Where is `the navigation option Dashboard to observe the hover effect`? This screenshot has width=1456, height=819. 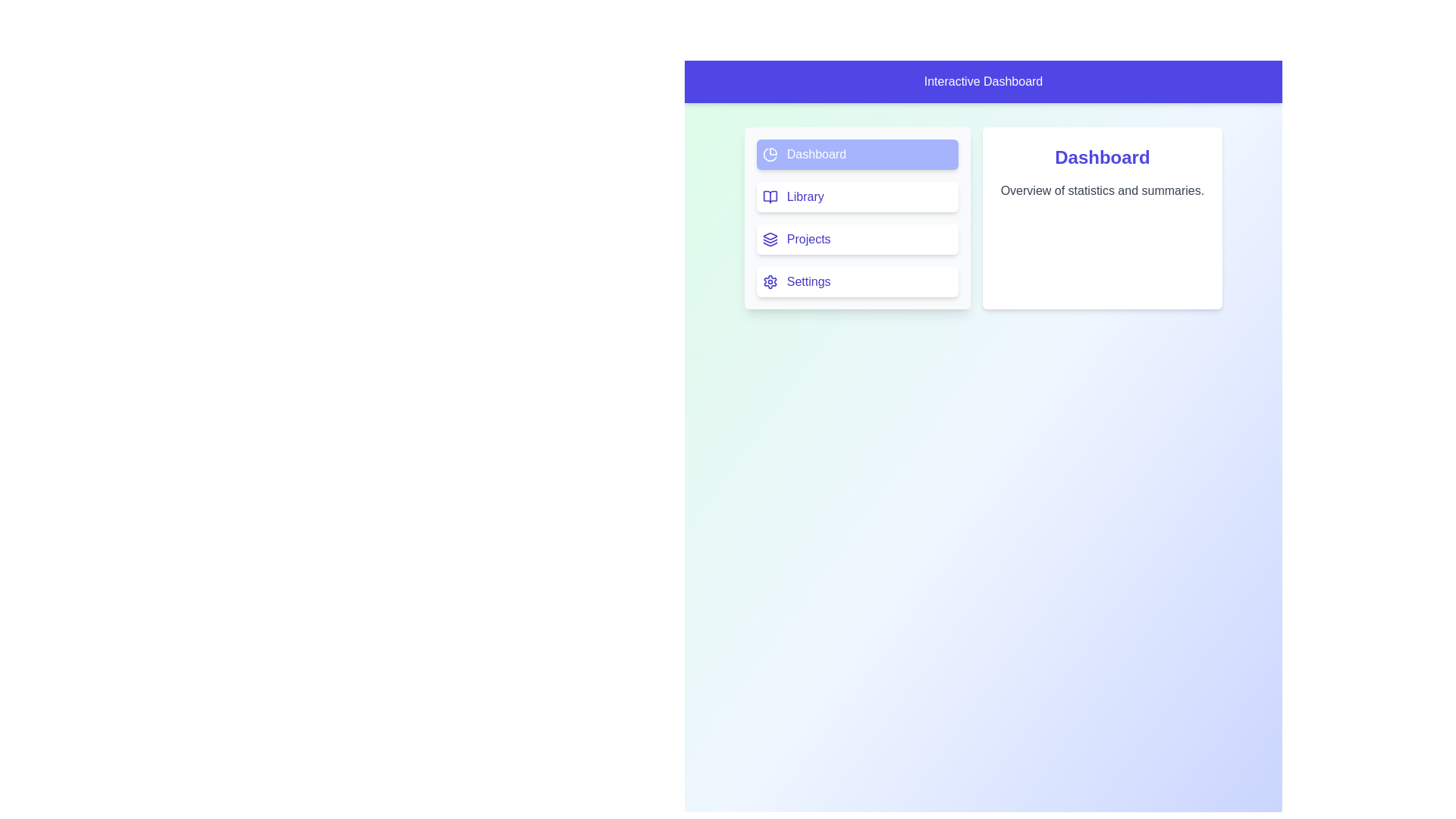
the navigation option Dashboard to observe the hover effect is located at coordinates (856, 155).